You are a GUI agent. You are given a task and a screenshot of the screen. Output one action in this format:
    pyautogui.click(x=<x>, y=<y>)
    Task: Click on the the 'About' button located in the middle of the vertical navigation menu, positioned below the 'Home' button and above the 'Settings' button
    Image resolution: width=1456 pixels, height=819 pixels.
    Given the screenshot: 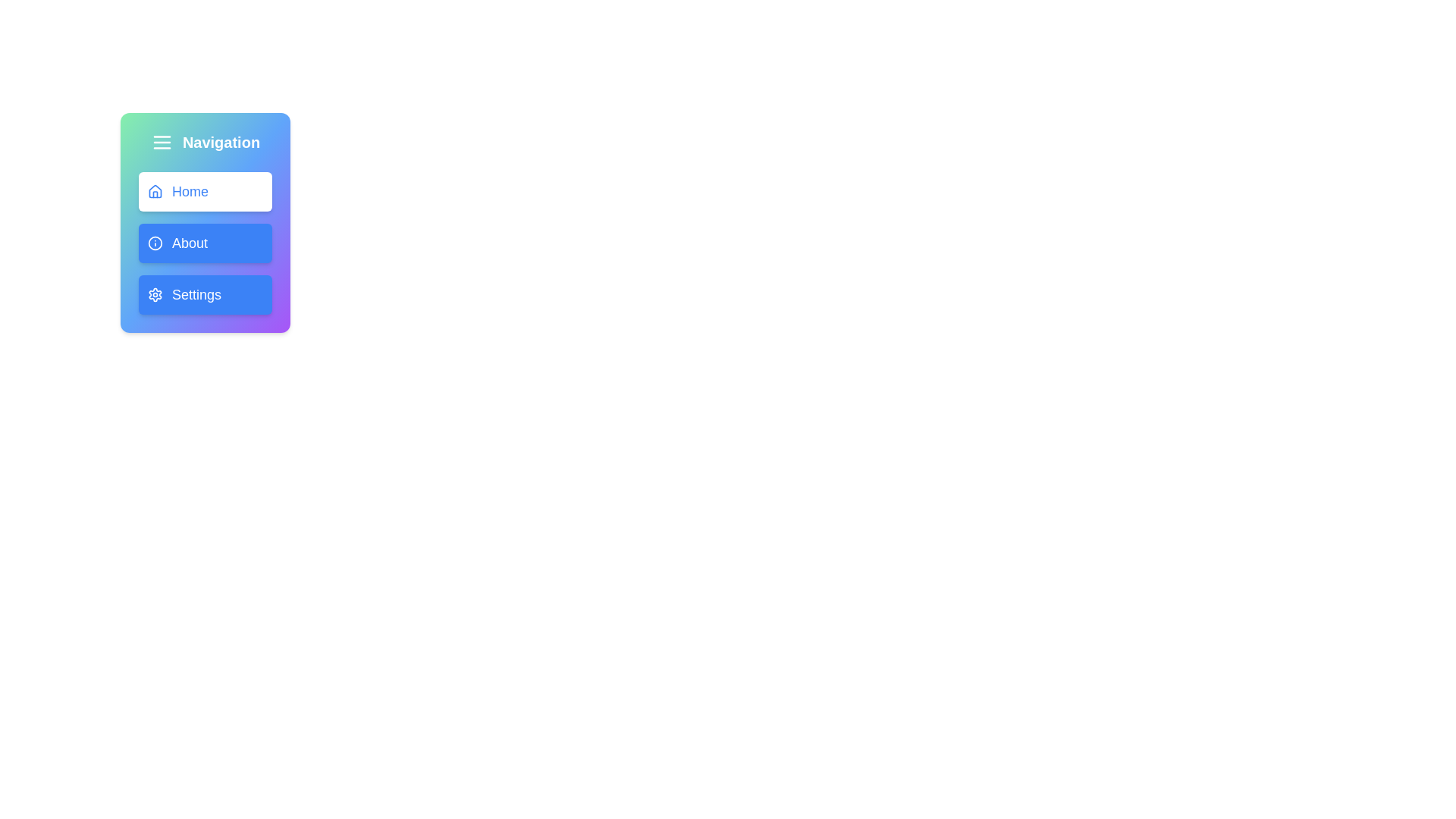 What is the action you would take?
    pyautogui.click(x=204, y=242)
    